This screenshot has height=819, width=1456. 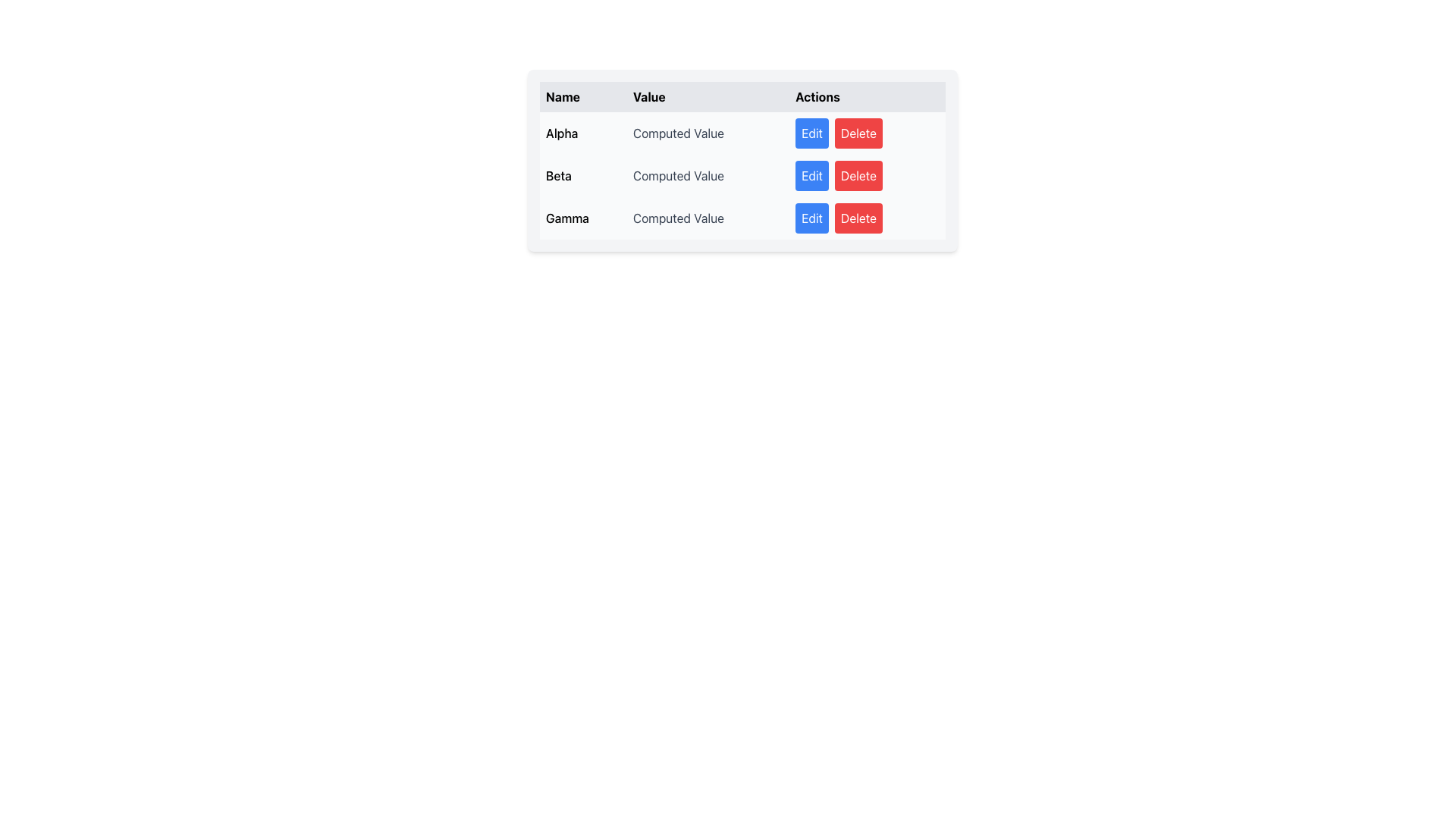 What do you see at coordinates (582, 218) in the screenshot?
I see `the static text label 'Gamma' located in the leftmost cell of the third row of the table, which is positioned below the 'Beta' row` at bounding box center [582, 218].